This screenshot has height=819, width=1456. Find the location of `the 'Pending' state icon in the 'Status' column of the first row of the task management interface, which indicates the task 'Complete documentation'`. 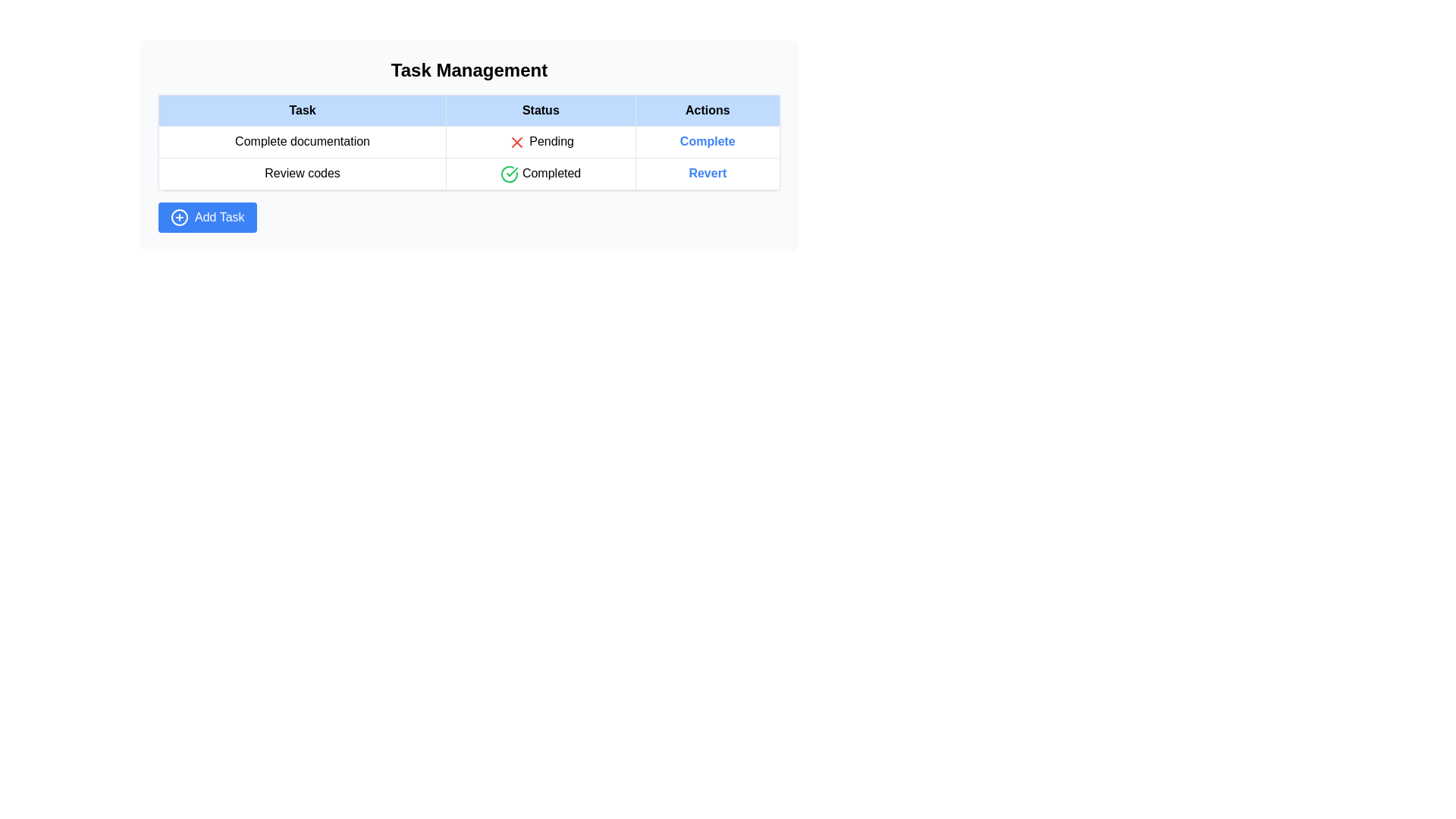

the 'Pending' state icon in the 'Status' column of the first row of the task management interface, which indicates the task 'Complete documentation' is located at coordinates (516, 142).